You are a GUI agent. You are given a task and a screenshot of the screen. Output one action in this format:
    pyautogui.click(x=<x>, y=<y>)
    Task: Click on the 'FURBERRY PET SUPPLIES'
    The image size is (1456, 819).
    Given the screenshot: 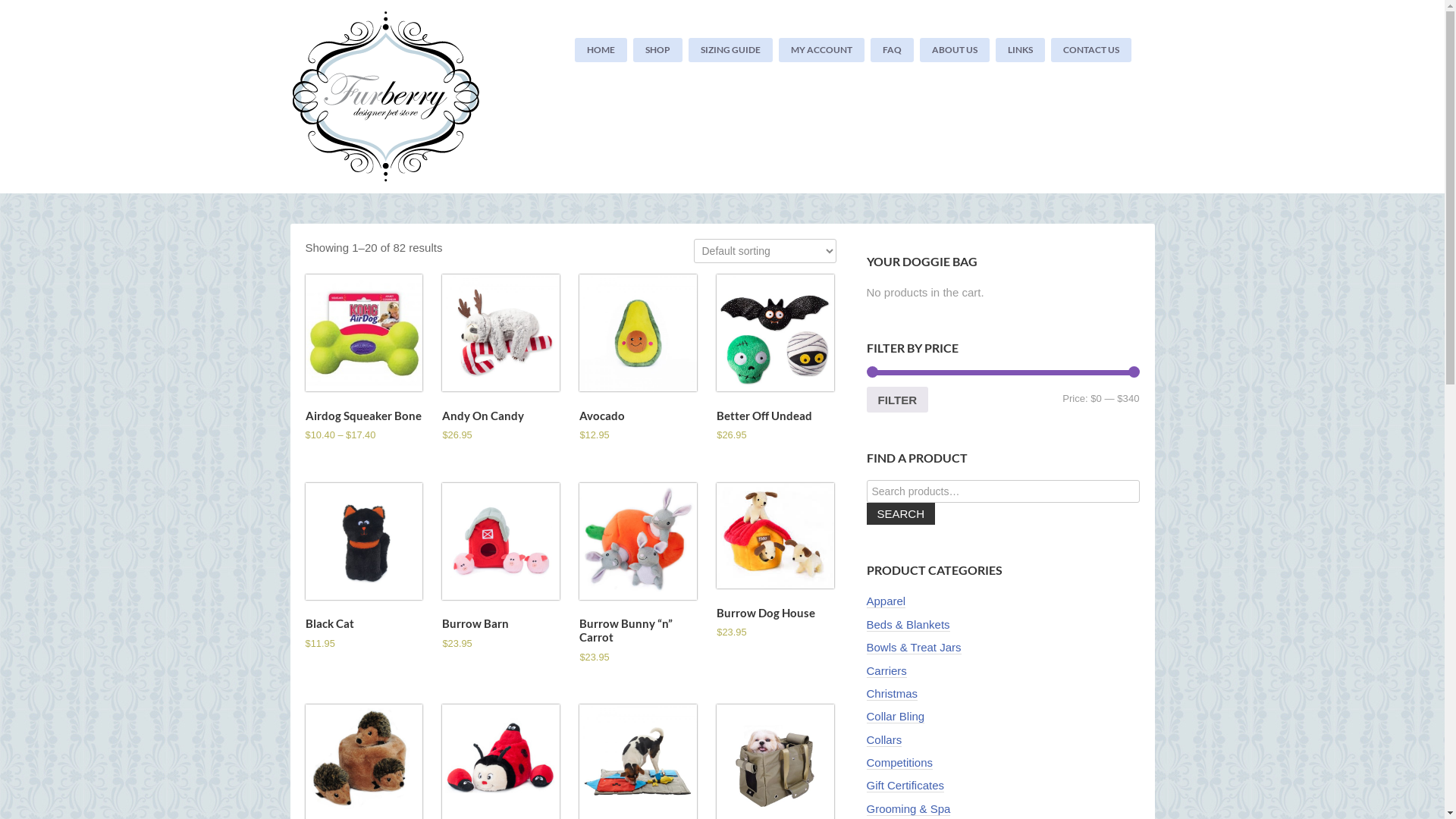 What is the action you would take?
    pyautogui.click(x=396, y=96)
    